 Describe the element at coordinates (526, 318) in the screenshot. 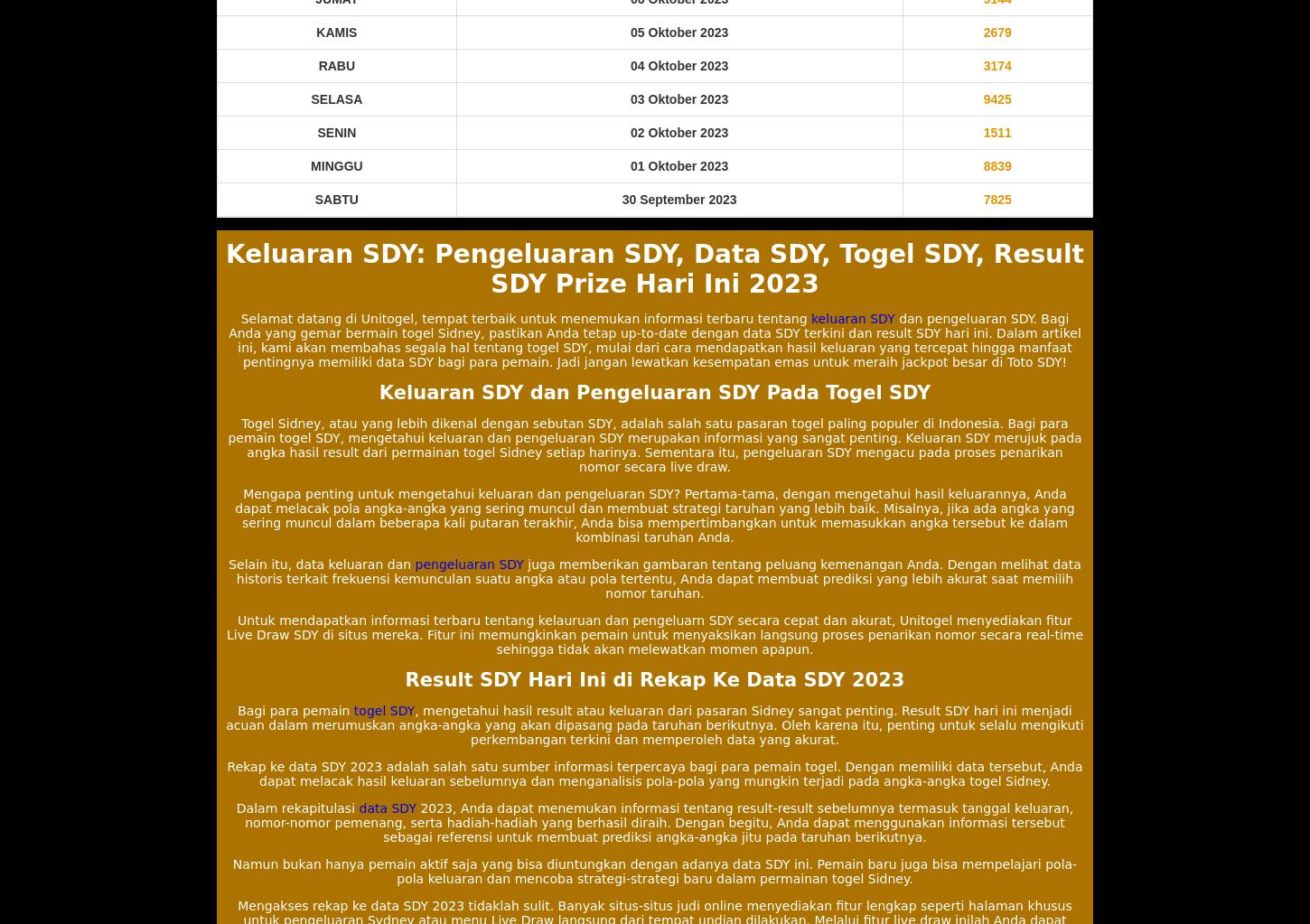

I see `'Selamat datang di Unitogel, tempat terbaik untuk menemukan informasi terbaru tentang'` at that location.